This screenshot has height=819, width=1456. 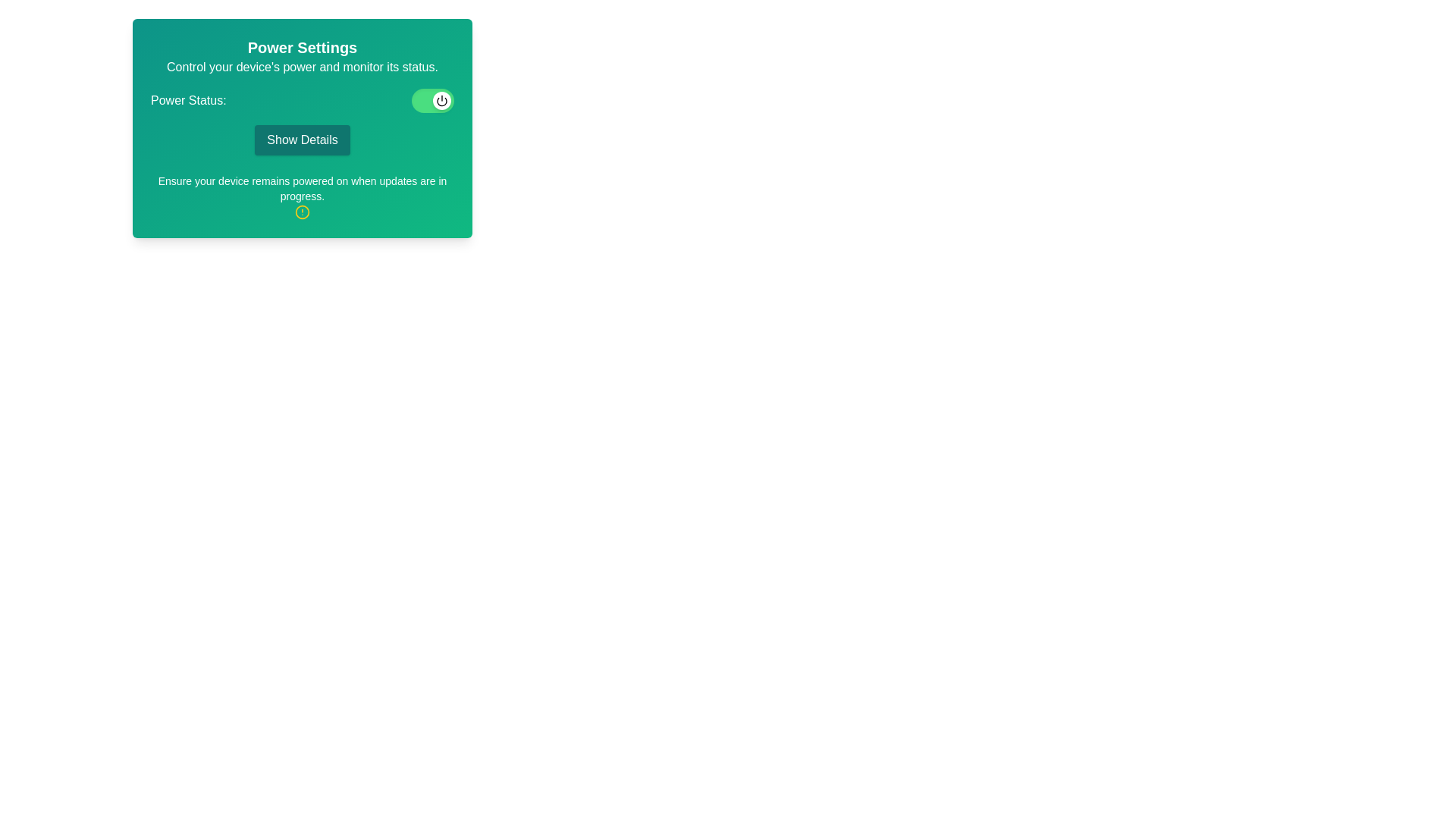 What do you see at coordinates (302, 127) in the screenshot?
I see `the 'Show Details' button, which has a teal background, rounded corners, and bold white text` at bounding box center [302, 127].